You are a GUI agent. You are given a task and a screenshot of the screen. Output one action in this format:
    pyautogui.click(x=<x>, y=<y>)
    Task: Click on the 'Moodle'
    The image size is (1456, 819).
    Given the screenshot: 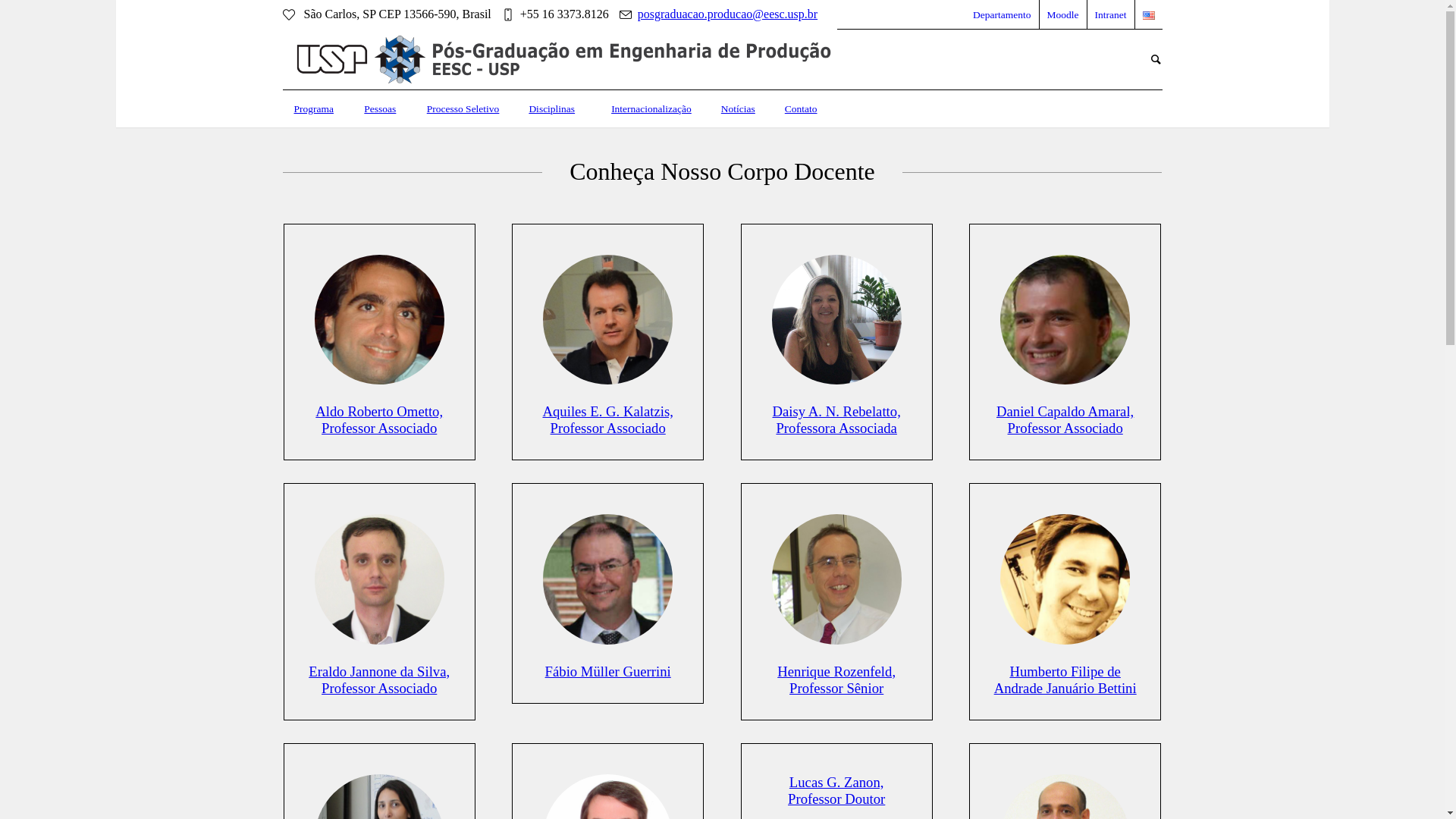 What is the action you would take?
    pyautogui.click(x=1062, y=14)
    